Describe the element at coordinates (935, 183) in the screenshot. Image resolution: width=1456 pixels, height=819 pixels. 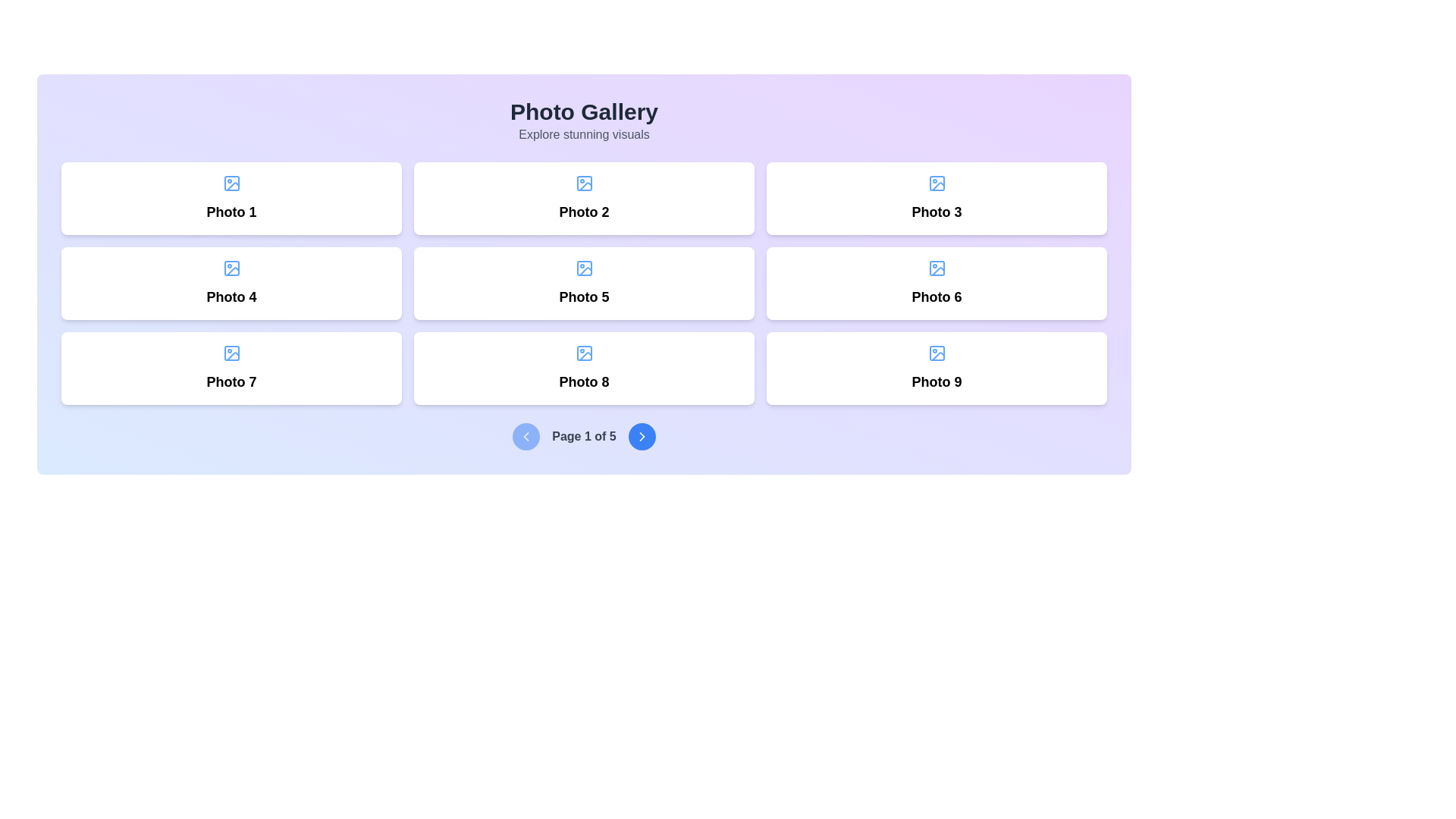
I see `the small icon depicting an image frame with a circular placeholder inside, located above the text 'Photo 3' in the third column of the first row of the photo grid` at that location.